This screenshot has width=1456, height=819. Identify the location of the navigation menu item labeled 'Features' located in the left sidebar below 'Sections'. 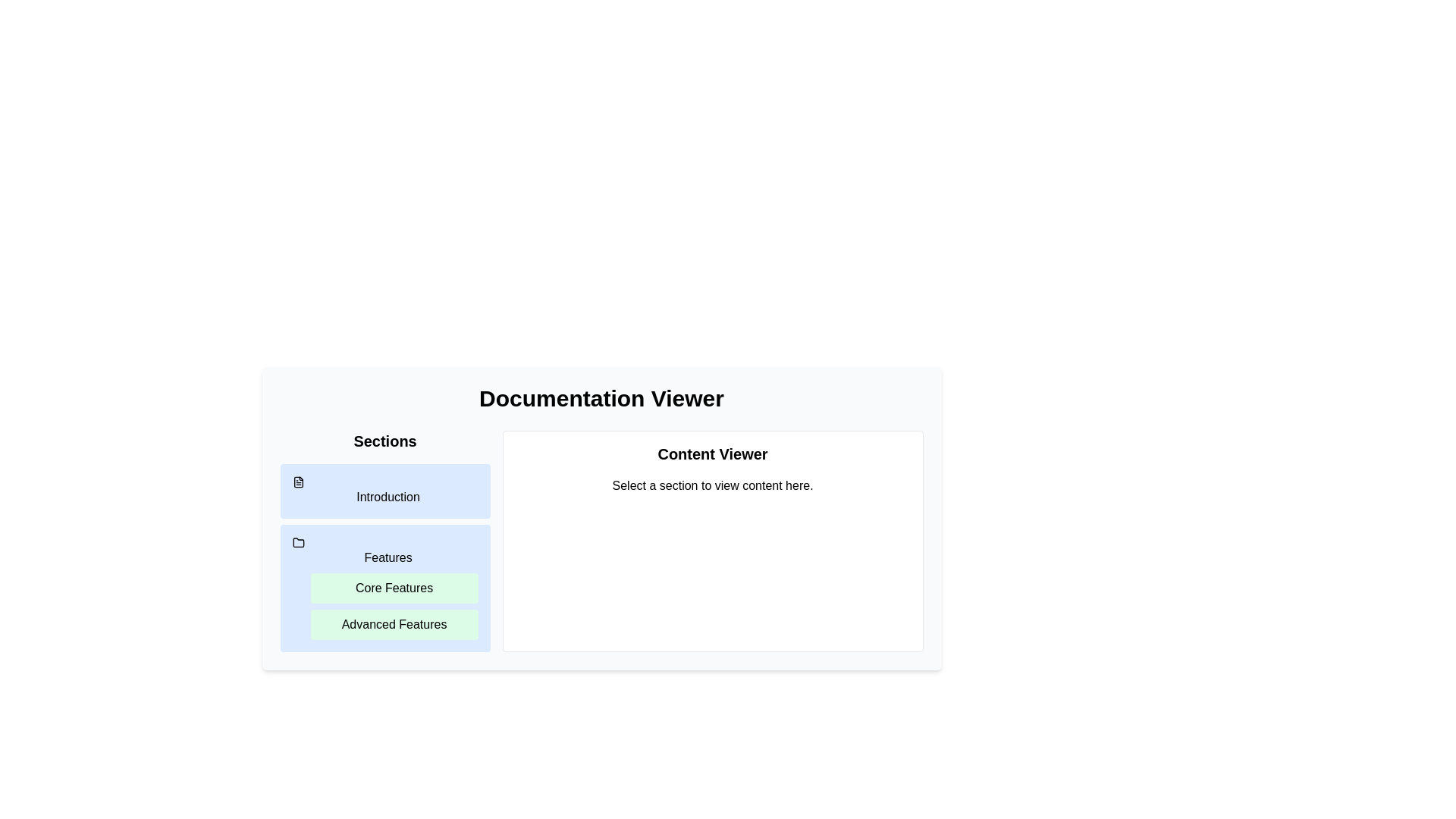
(385, 558).